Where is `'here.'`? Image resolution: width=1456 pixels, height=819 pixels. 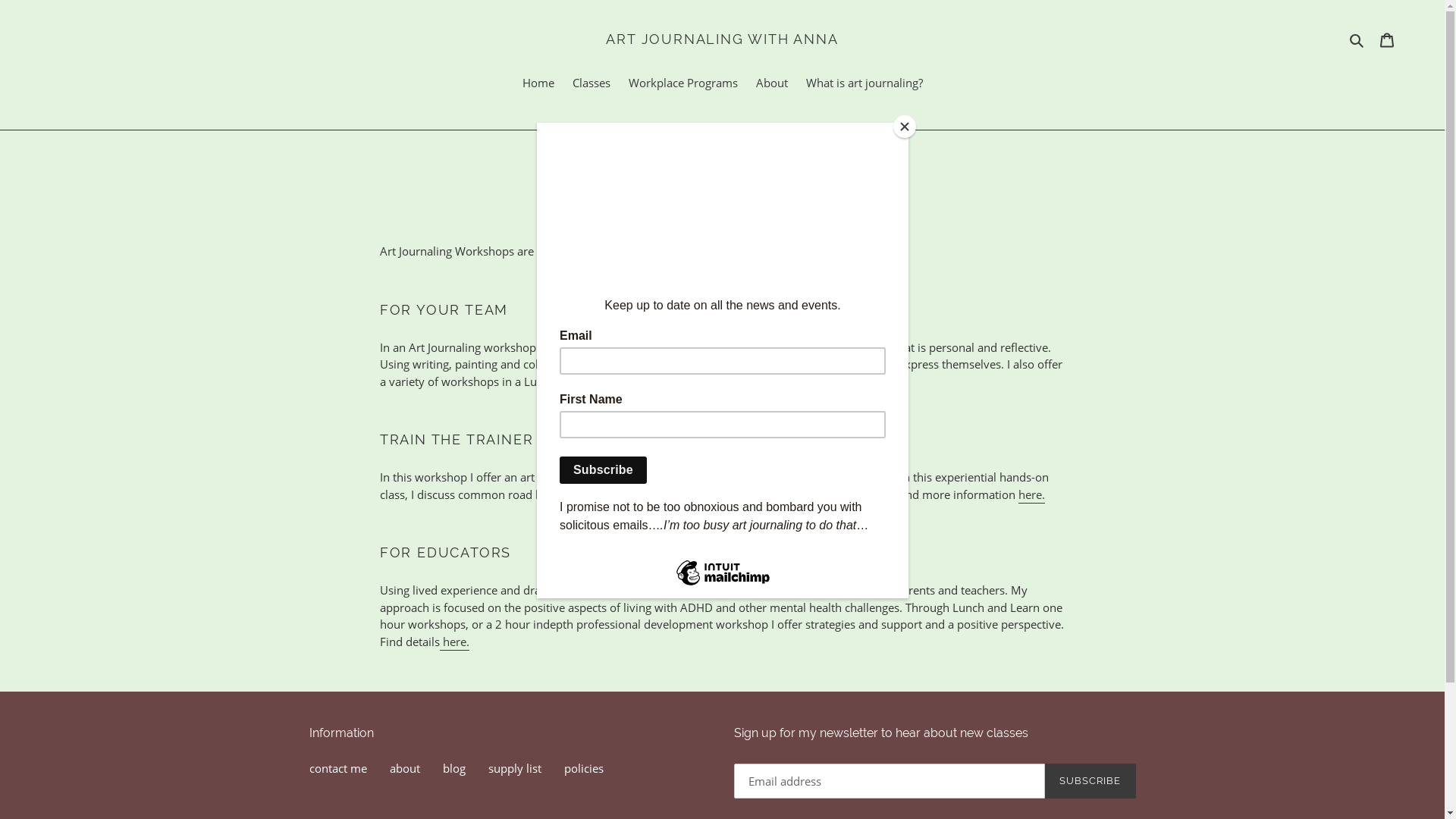 'here.' is located at coordinates (1031, 494).